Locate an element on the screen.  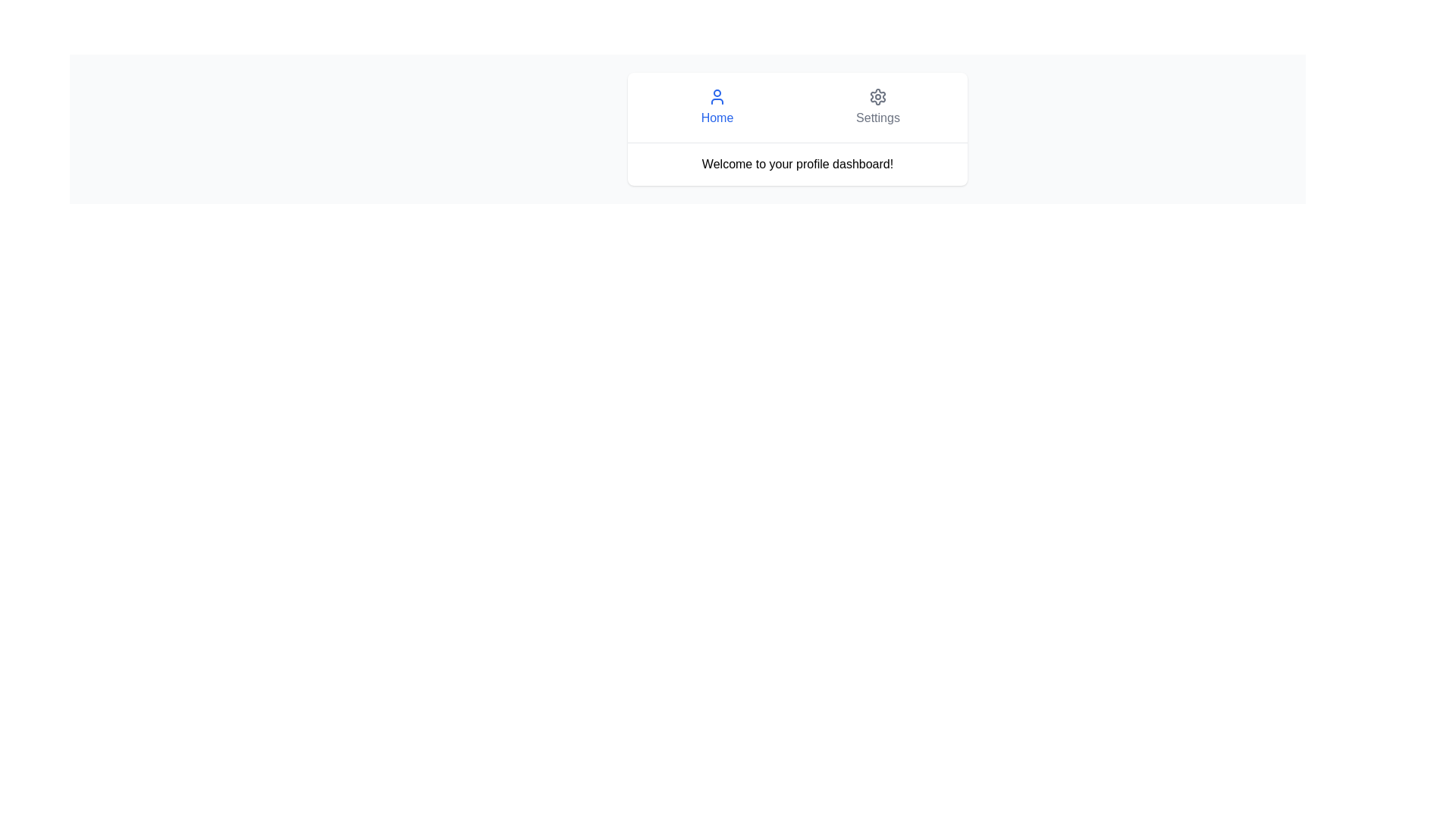
text label 'Settings' styled in gray, which is located next to a settings icon in the navigation section at the top center of the interface is located at coordinates (877, 117).